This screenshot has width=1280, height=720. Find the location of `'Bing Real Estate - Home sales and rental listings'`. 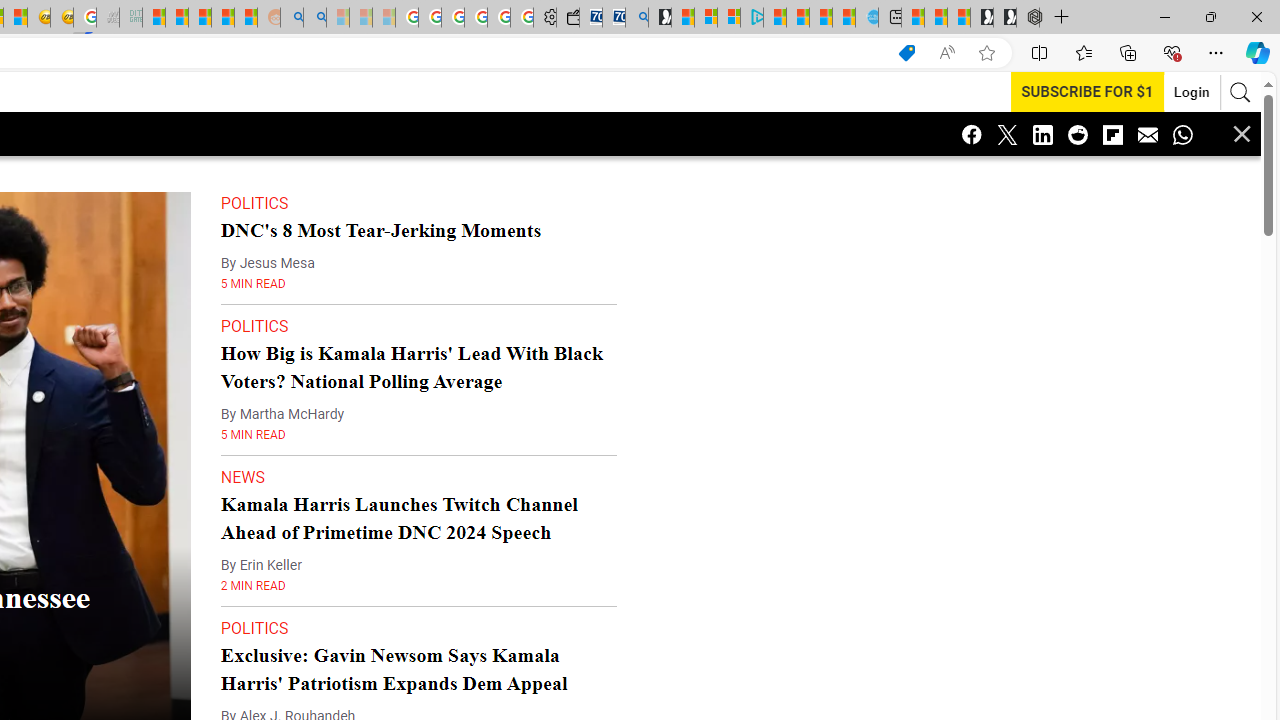

'Bing Real Estate - Home sales and rental listings' is located at coordinates (635, 17).